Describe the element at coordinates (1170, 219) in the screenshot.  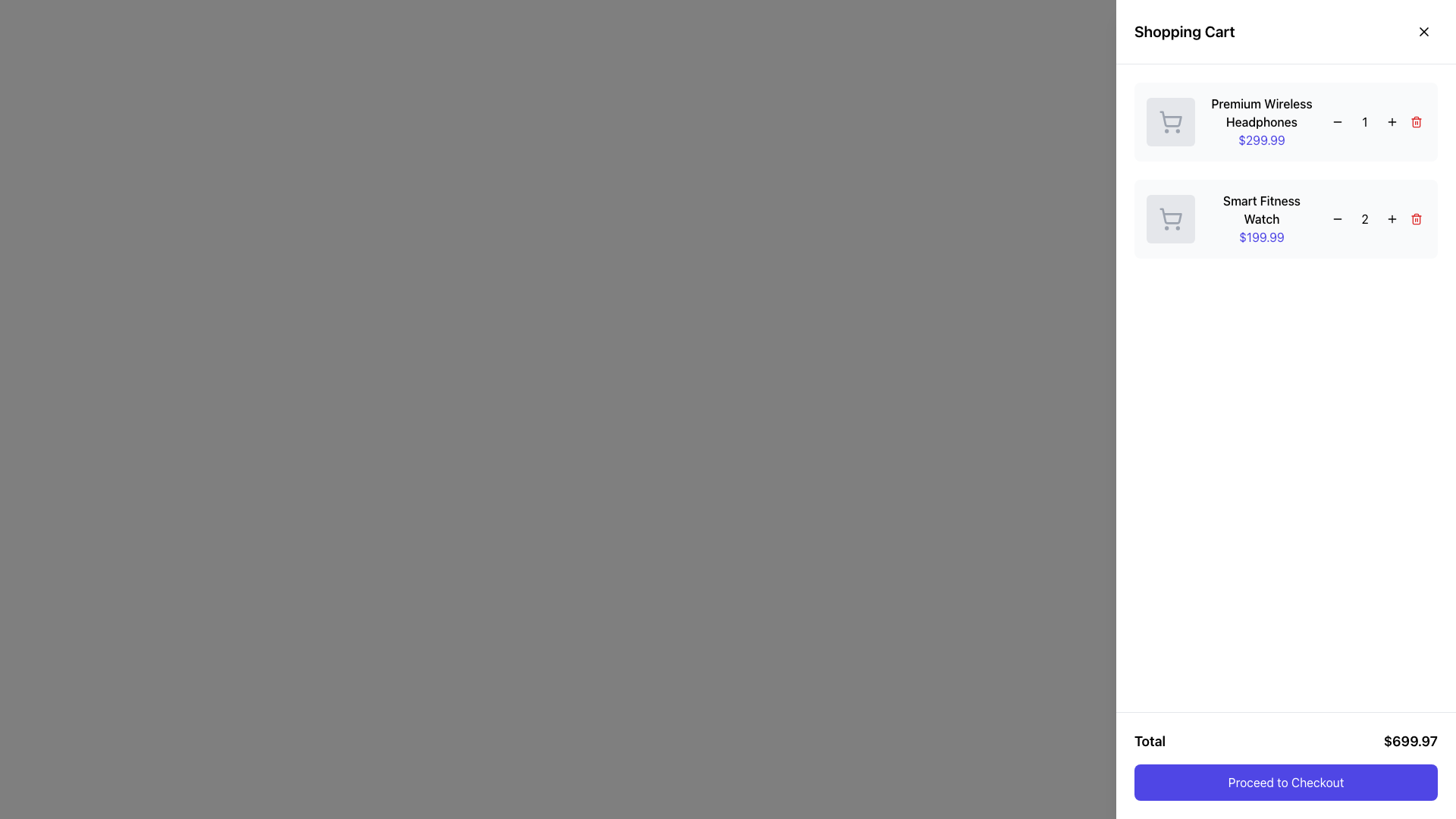
I see `the shopping cart icon located in the second product card on the left side, which serves as an indicative icon for the product category or type` at that location.